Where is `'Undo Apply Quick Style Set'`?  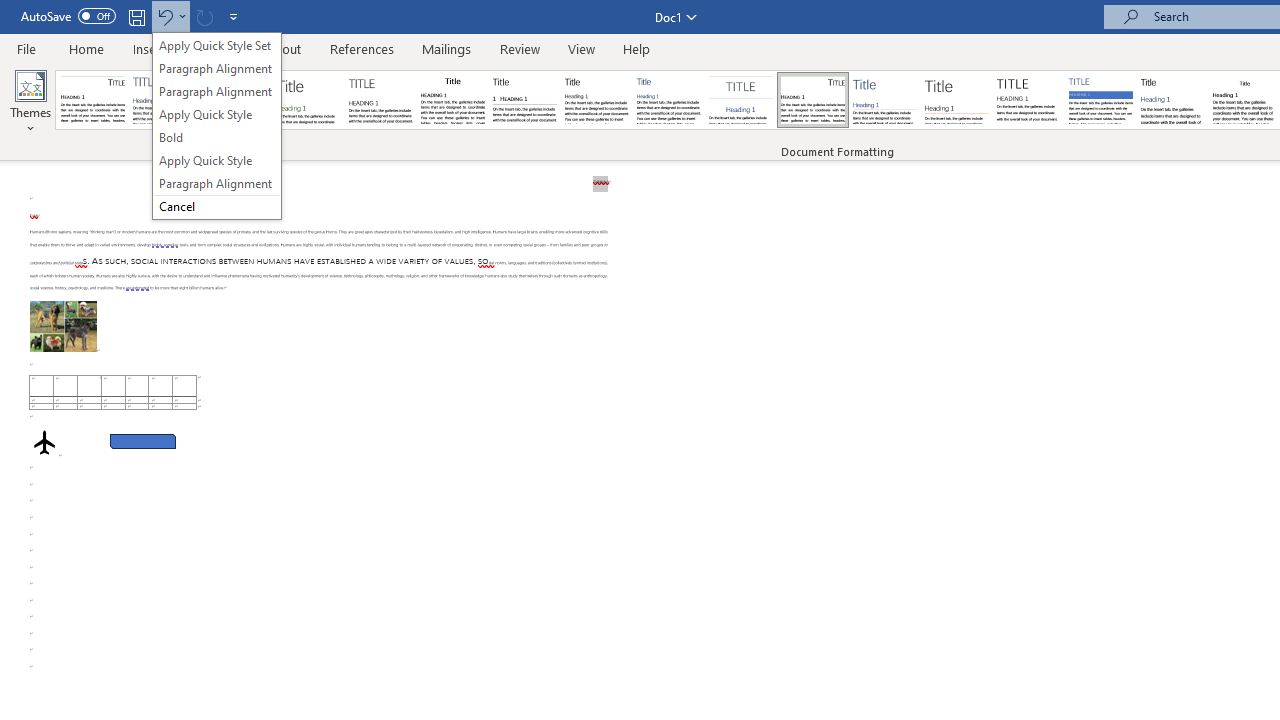
'Undo Apply Quick Style Set' is located at coordinates (164, 16).